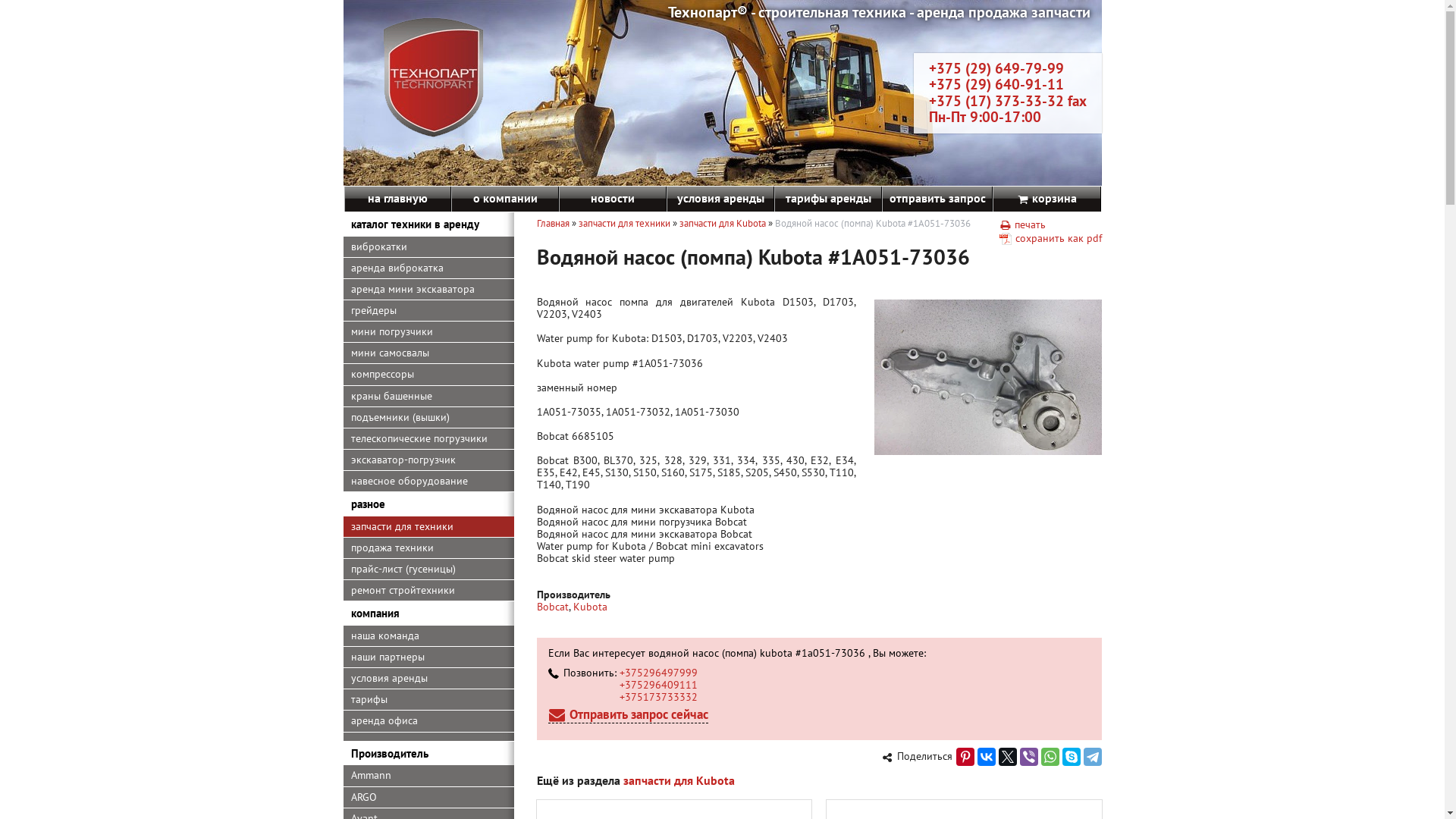  I want to click on '+375 (29) 649-79-99', so click(996, 67).